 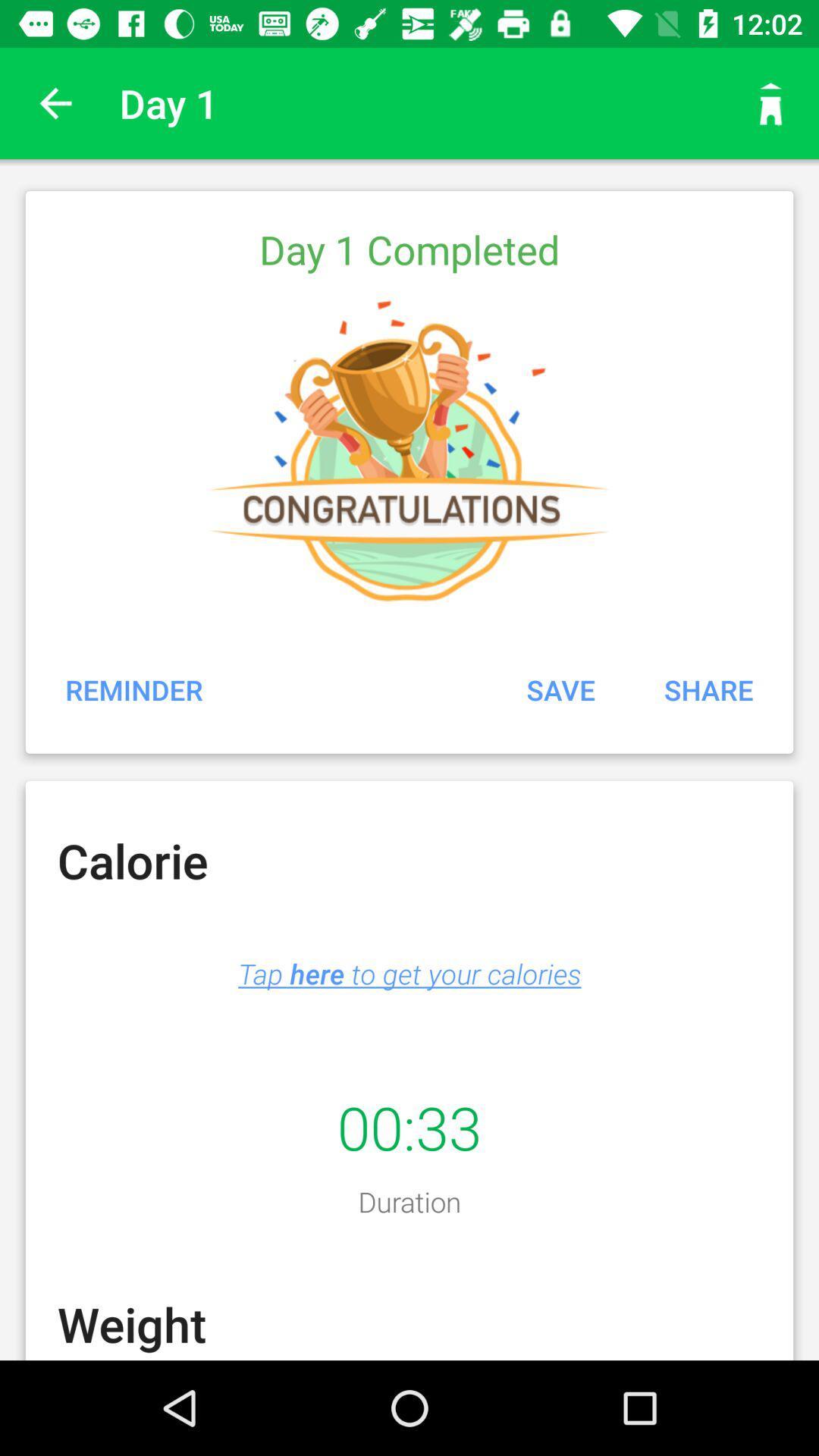 What do you see at coordinates (771, 102) in the screenshot?
I see `icon next to day 1 app` at bounding box center [771, 102].